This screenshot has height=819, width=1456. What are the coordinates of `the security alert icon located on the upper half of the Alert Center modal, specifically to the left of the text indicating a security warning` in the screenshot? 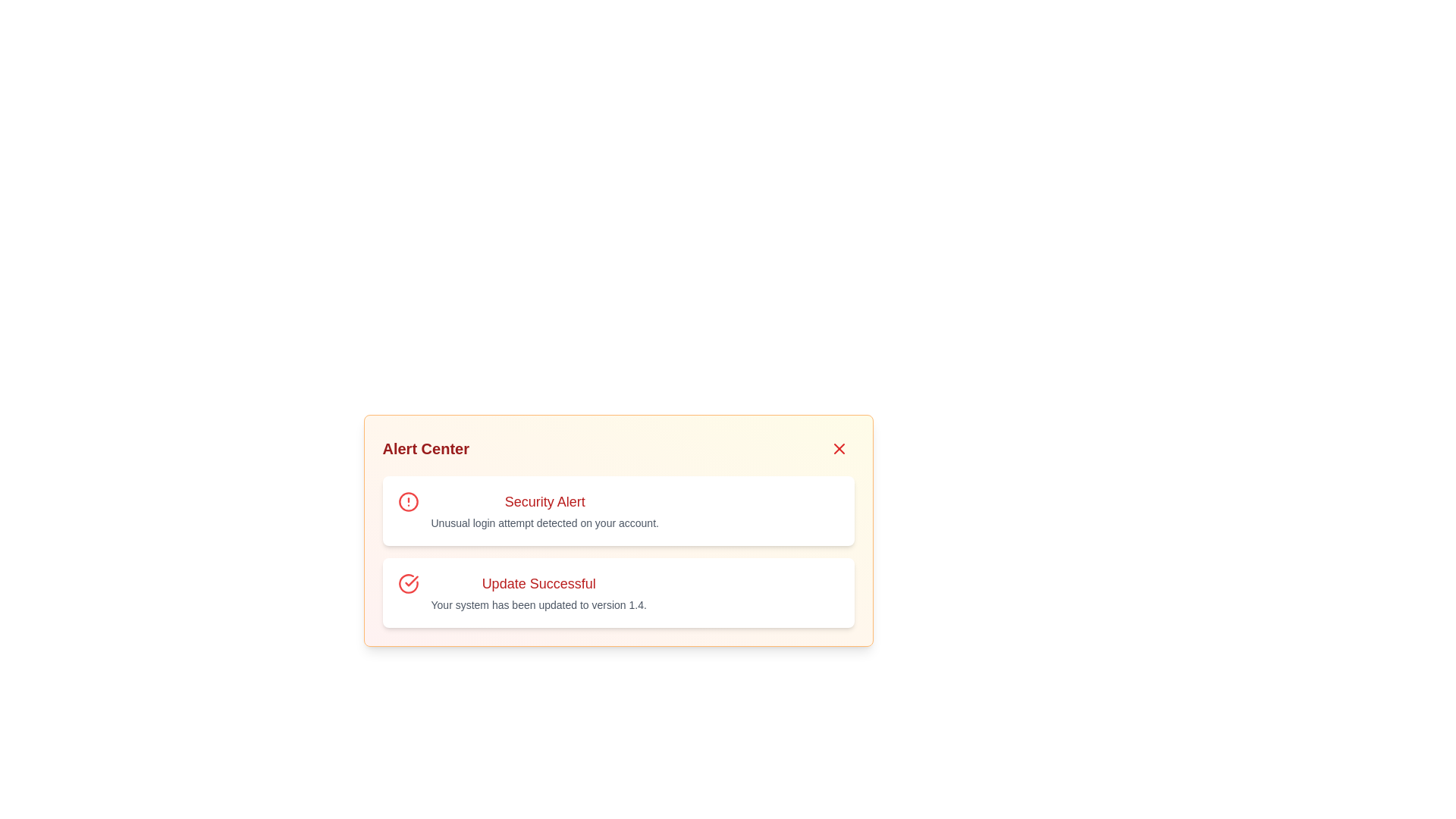 It's located at (408, 502).